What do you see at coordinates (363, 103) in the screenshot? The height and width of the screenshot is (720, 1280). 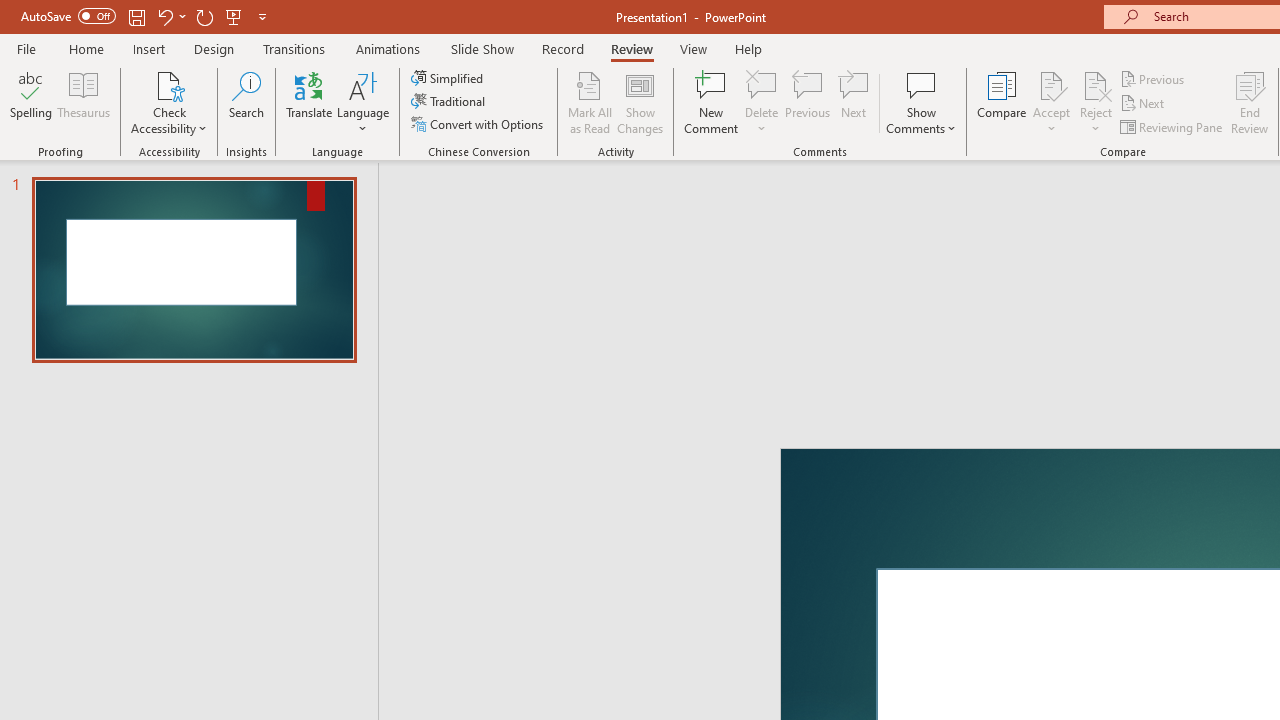 I see `'Language'` at bounding box center [363, 103].